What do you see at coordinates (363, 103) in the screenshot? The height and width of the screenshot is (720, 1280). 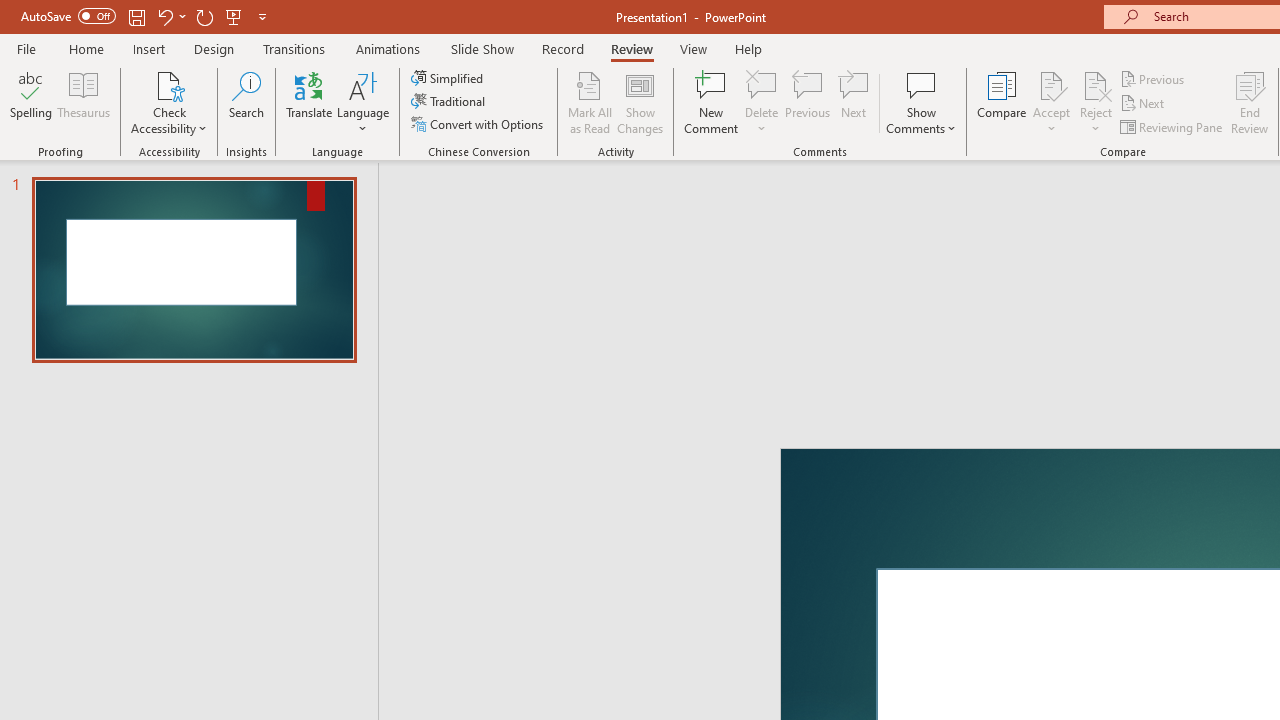 I see `'Language'` at bounding box center [363, 103].